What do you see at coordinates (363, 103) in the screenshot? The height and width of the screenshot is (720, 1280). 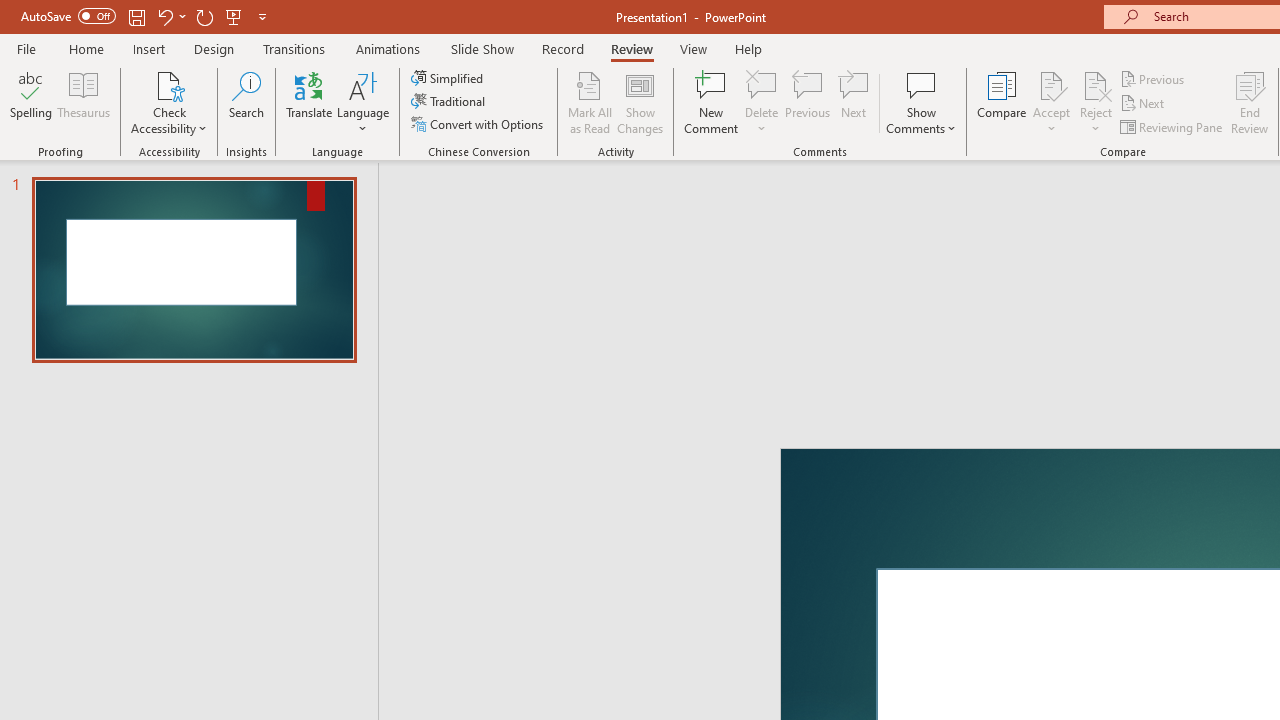 I see `'Language'` at bounding box center [363, 103].